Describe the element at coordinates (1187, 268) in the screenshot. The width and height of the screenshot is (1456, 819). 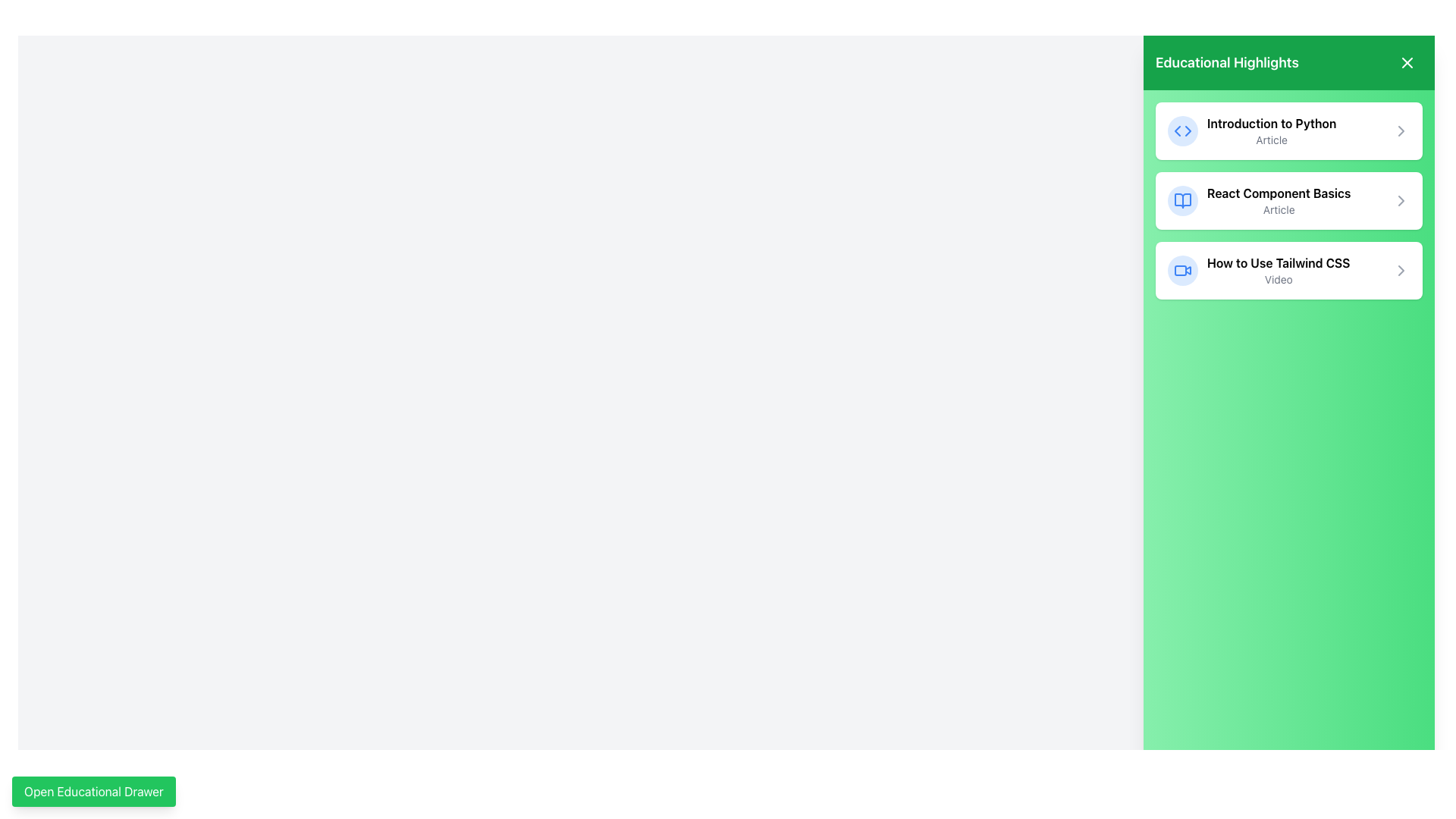
I see `properties of the small triangular icon located at the right side of the video icon within the 'How to Use Tailwind CSS' card` at that location.